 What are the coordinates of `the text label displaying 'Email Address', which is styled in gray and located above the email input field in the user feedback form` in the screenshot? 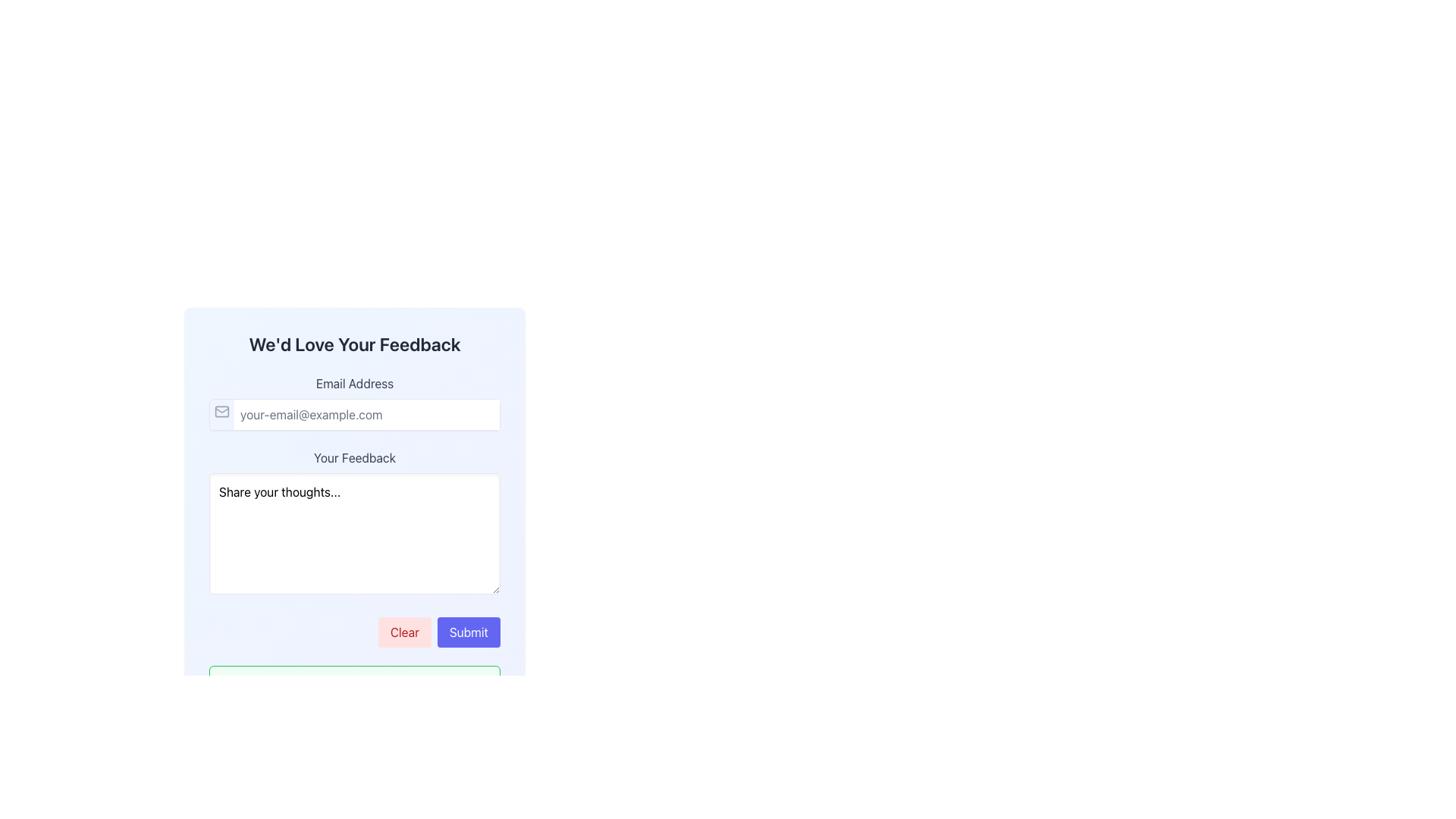 It's located at (353, 382).